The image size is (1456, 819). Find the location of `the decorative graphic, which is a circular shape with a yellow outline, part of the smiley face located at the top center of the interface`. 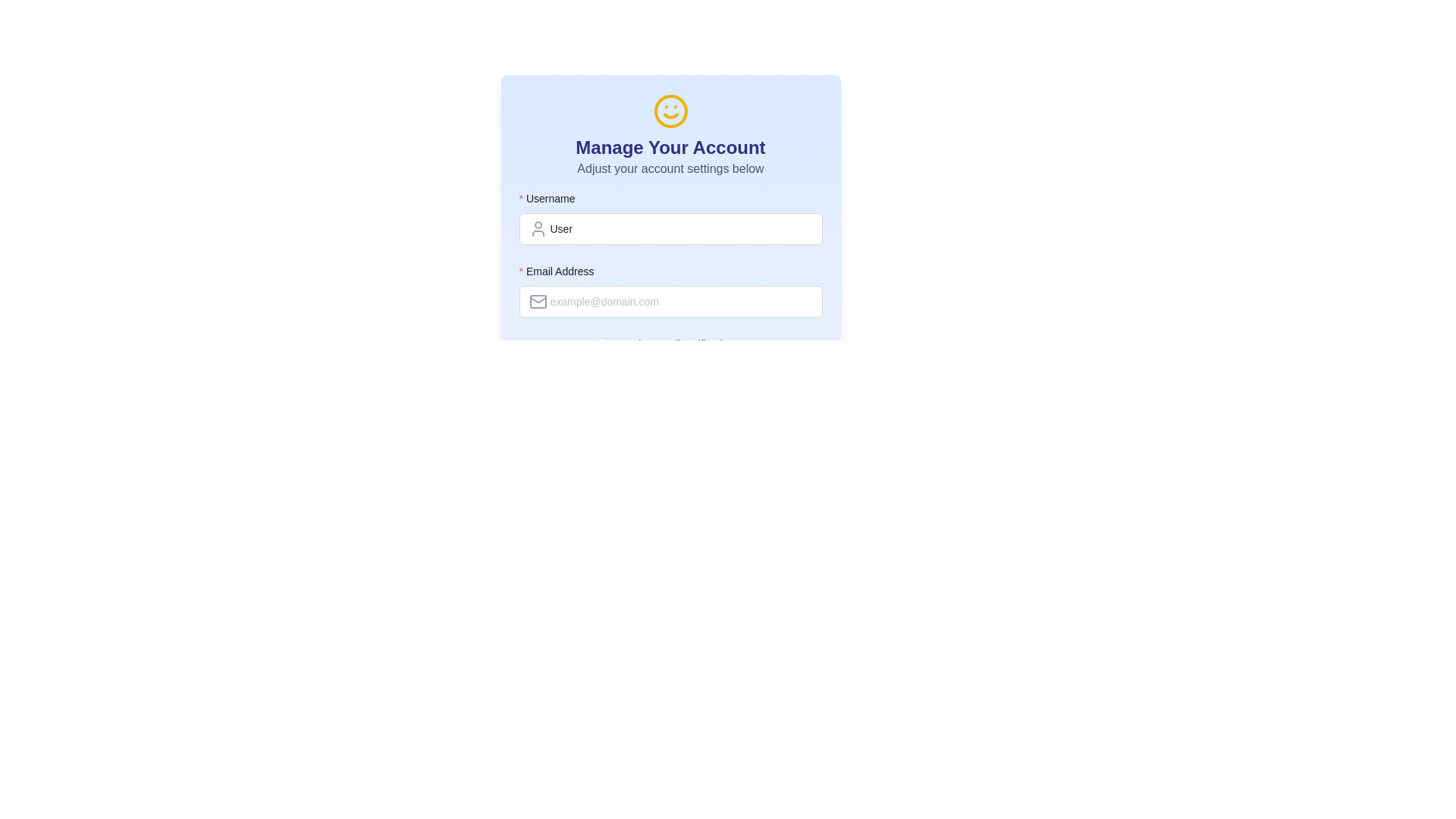

the decorative graphic, which is a circular shape with a yellow outline, part of the smiley face located at the top center of the interface is located at coordinates (670, 110).